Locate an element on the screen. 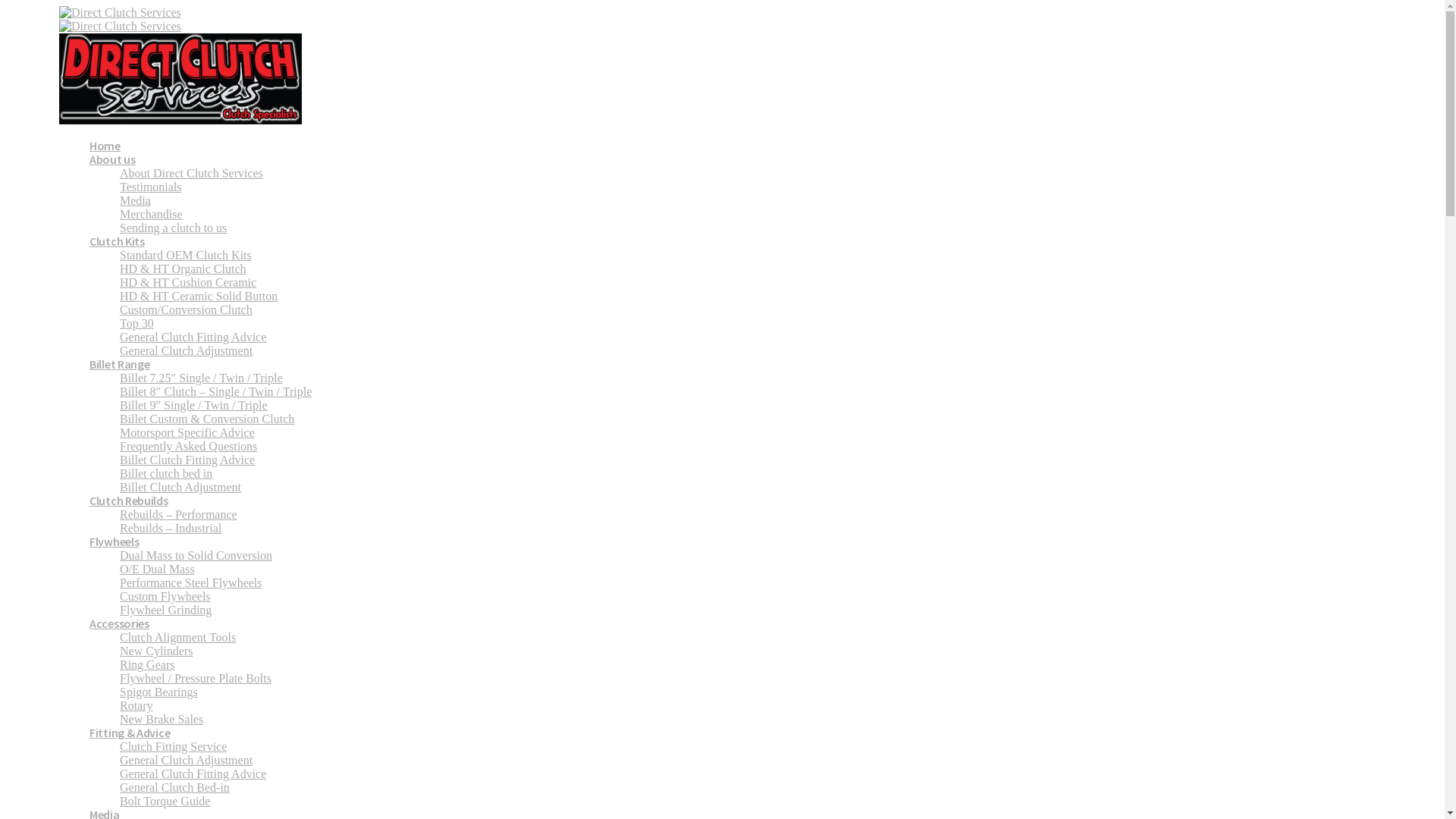 The image size is (1456, 819). 'Direct Clutch Services - ' is located at coordinates (180, 65).